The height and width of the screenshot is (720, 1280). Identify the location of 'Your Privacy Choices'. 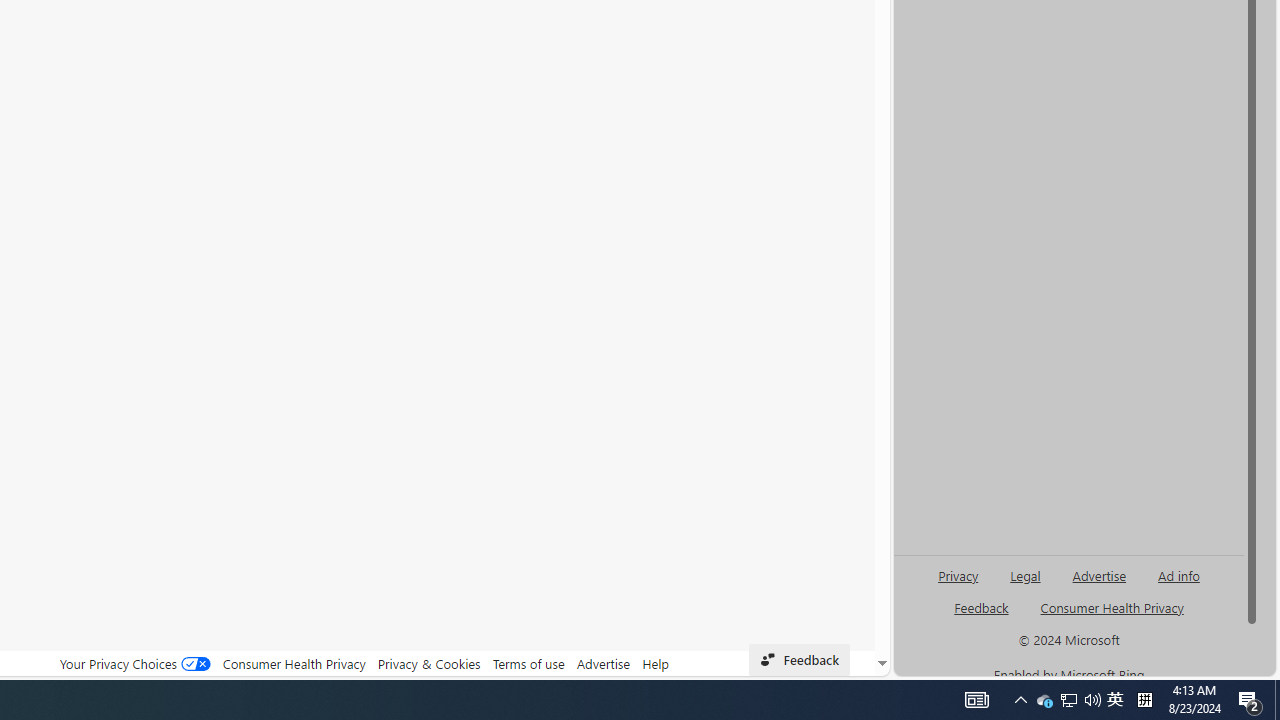
(134, 663).